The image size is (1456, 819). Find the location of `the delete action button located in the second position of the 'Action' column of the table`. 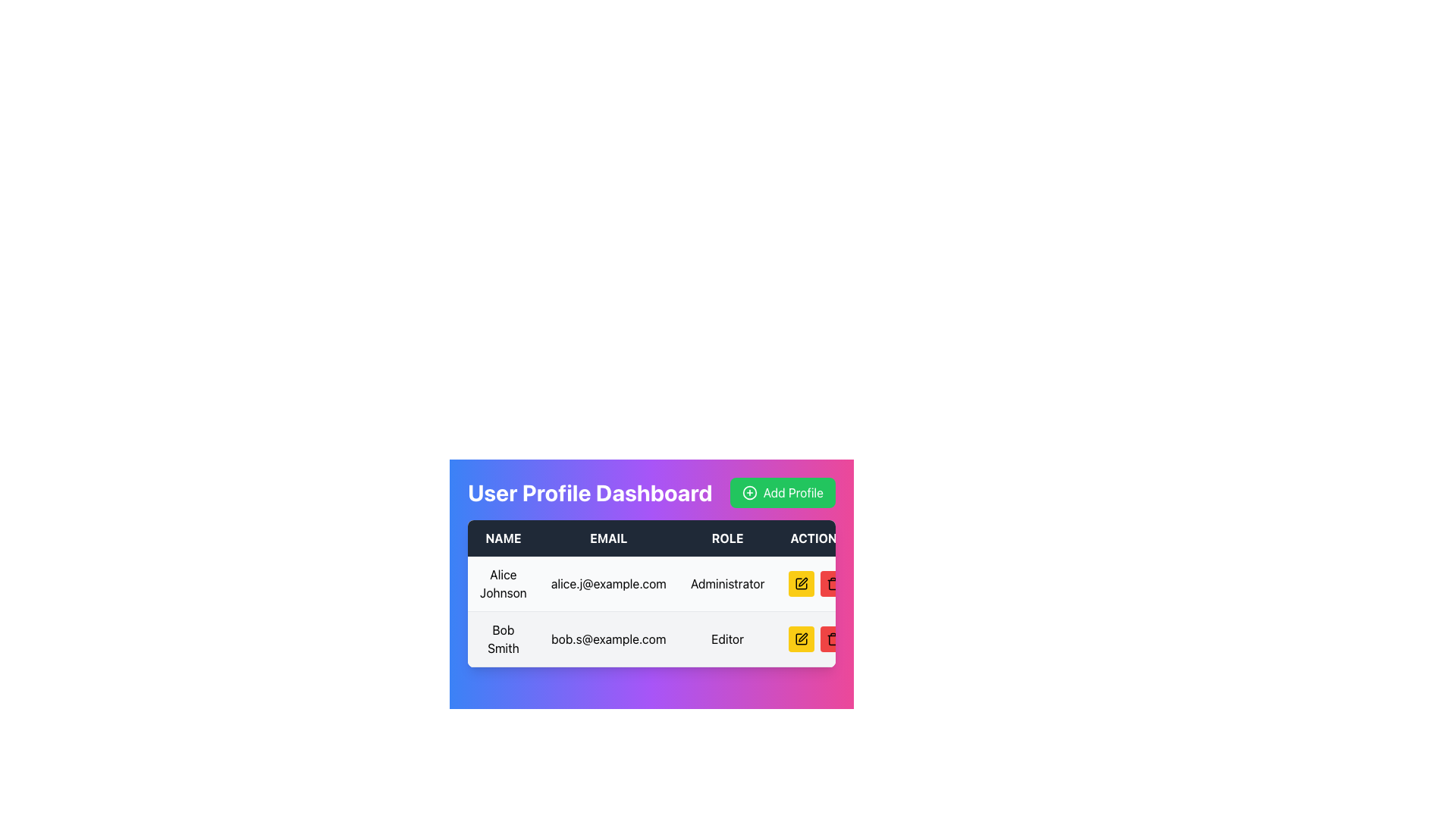

the delete action button located in the second position of the 'Action' column of the table is located at coordinates (833, 583).